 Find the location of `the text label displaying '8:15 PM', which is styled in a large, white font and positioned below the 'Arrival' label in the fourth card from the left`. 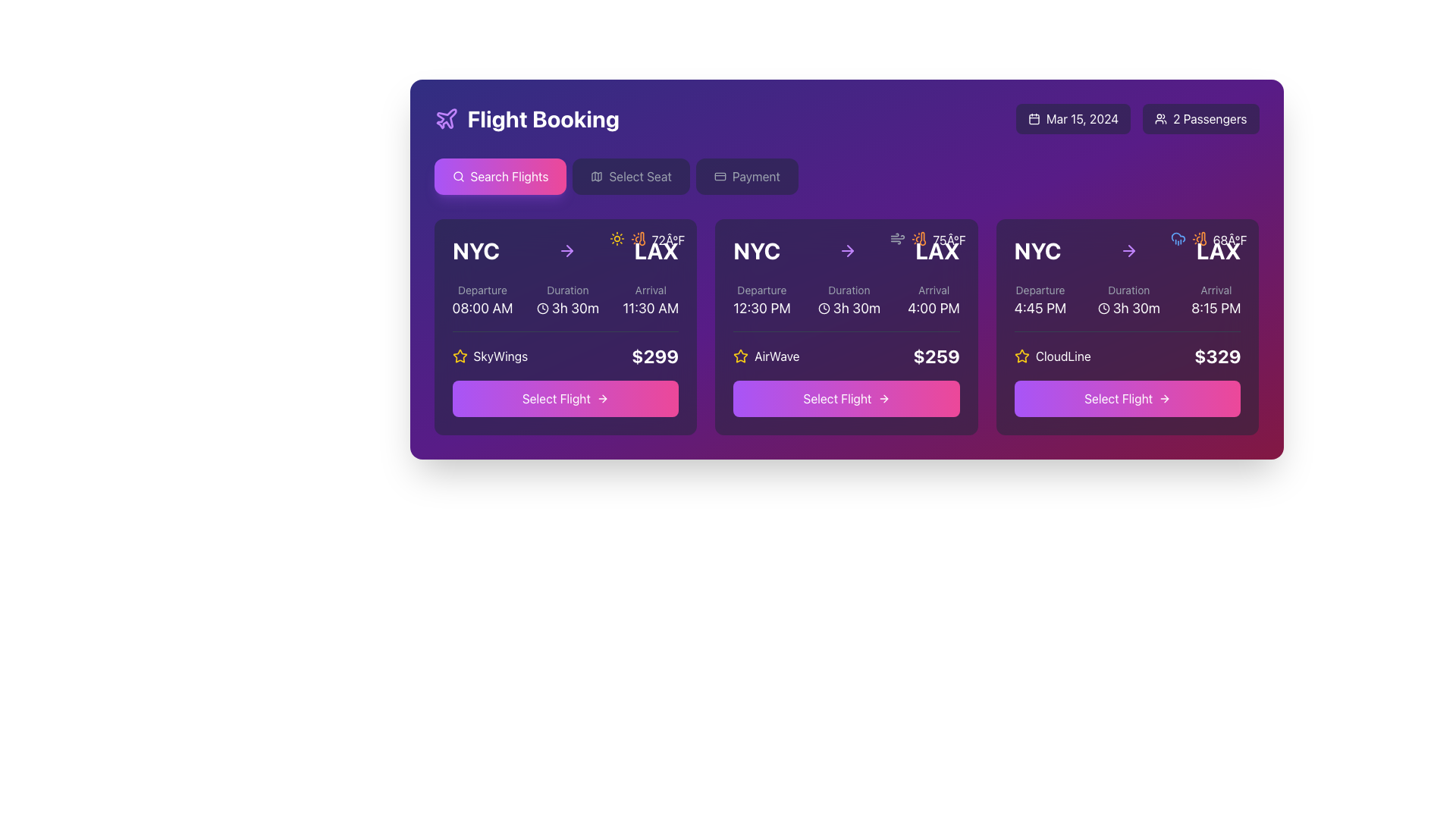

the text label displaying '8:15 PM', which is styled in a large, white font and positioned below the 'Arrival' label in the fourth card from the left is located at coordinates (1216, 308).